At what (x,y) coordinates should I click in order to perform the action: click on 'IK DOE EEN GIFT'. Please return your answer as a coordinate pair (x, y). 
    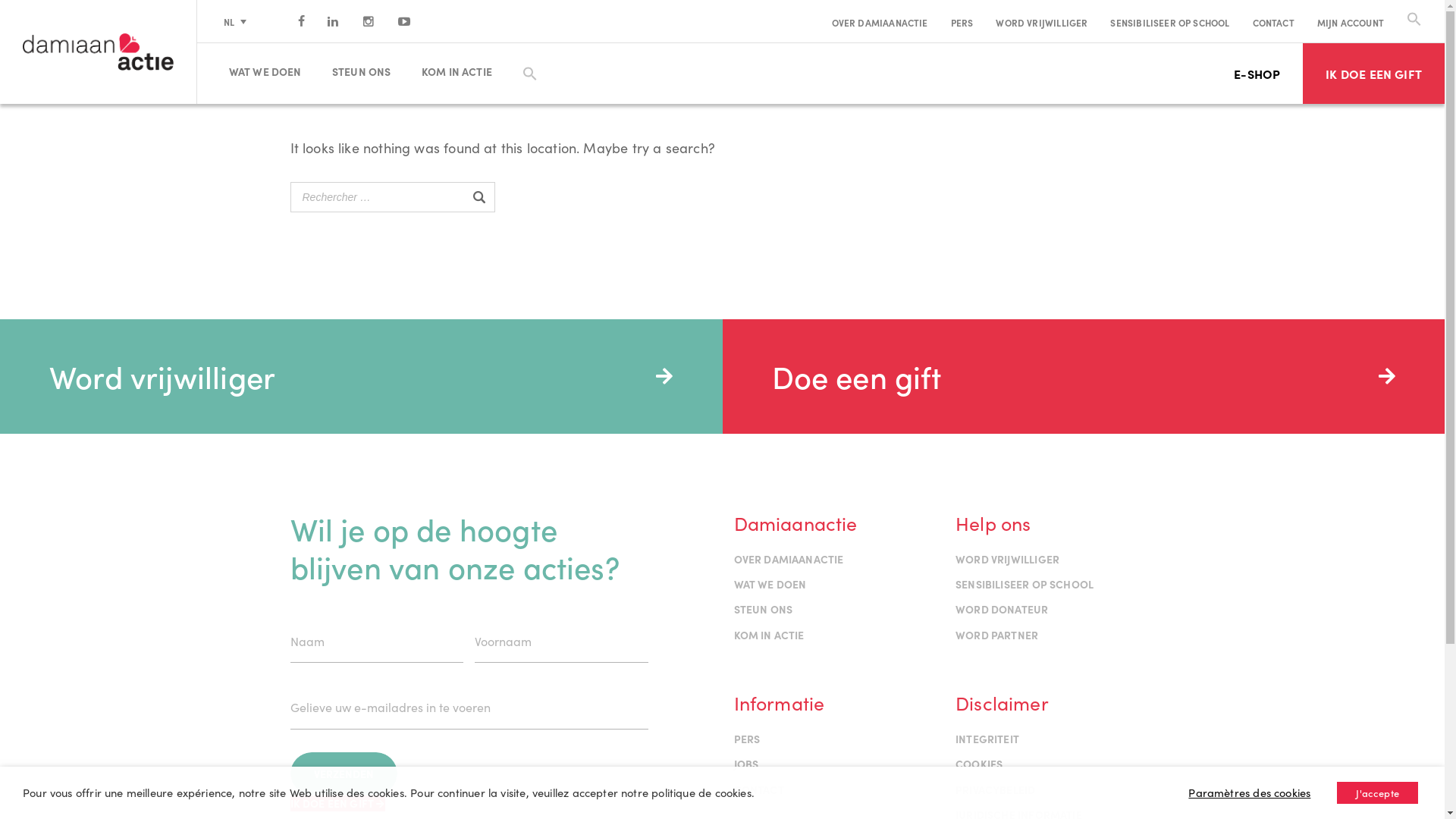
    Looking at the image, I should click on (1373, 73).